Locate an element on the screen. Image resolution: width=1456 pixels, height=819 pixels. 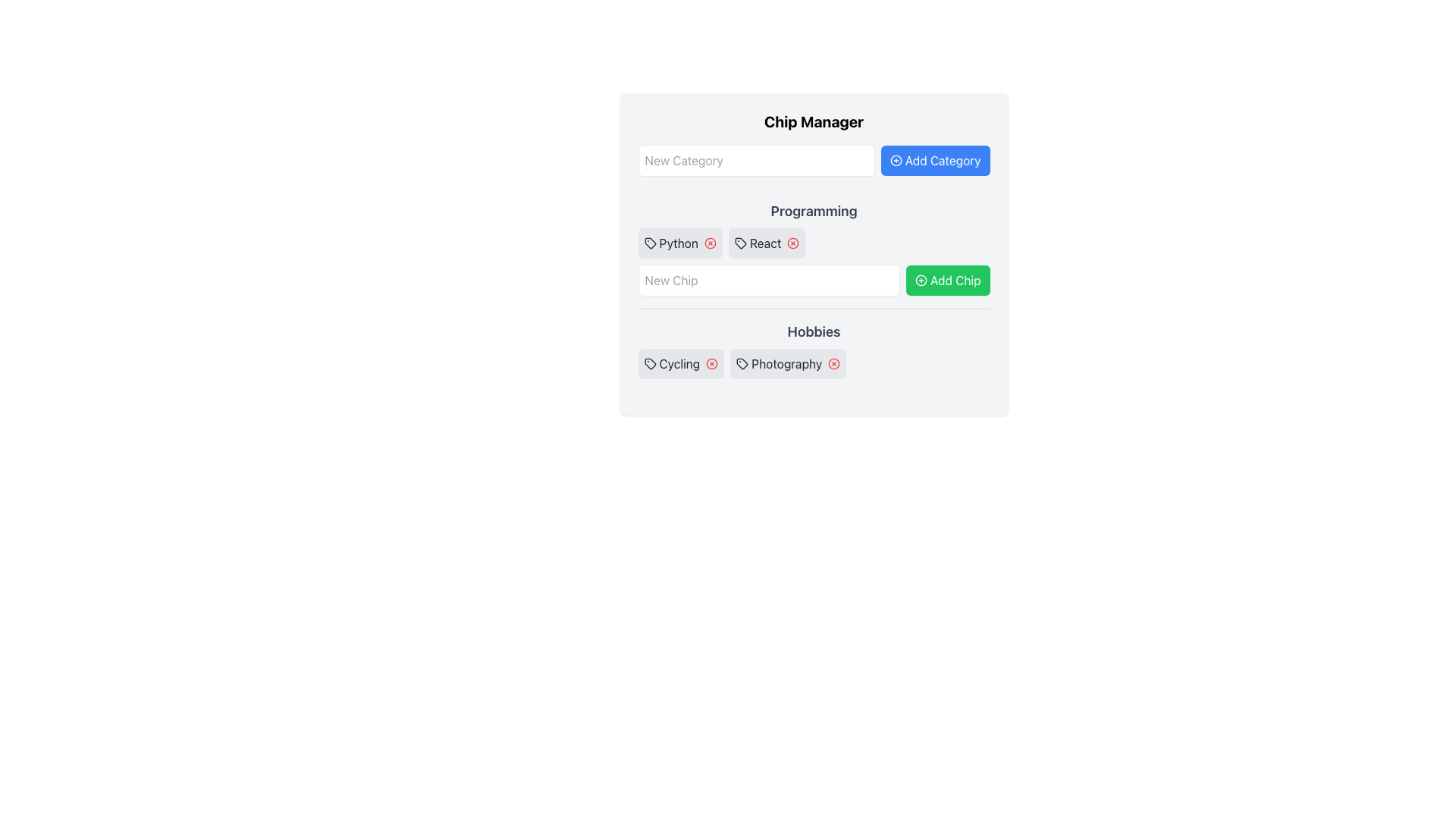
the second chip in the 'Hobbies' section, which has a gray background and the text 'Photography' is located at coordinates (788, 363).